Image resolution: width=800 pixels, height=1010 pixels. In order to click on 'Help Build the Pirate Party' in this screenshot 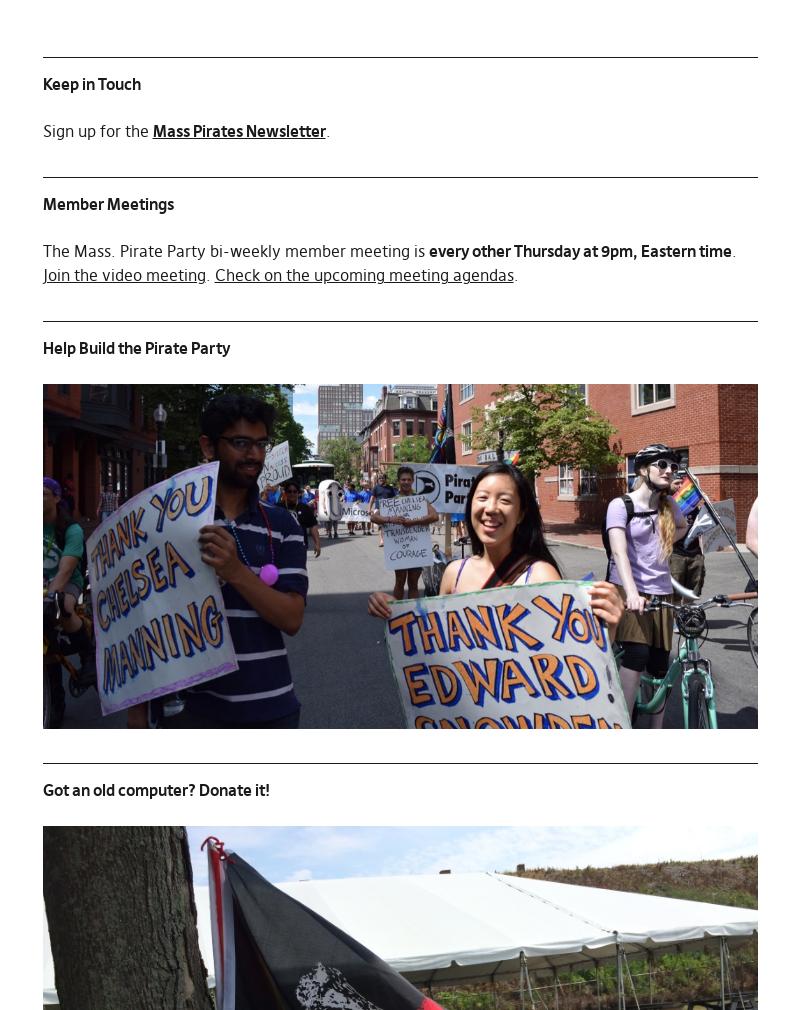, I will do `click(135, 348)`.